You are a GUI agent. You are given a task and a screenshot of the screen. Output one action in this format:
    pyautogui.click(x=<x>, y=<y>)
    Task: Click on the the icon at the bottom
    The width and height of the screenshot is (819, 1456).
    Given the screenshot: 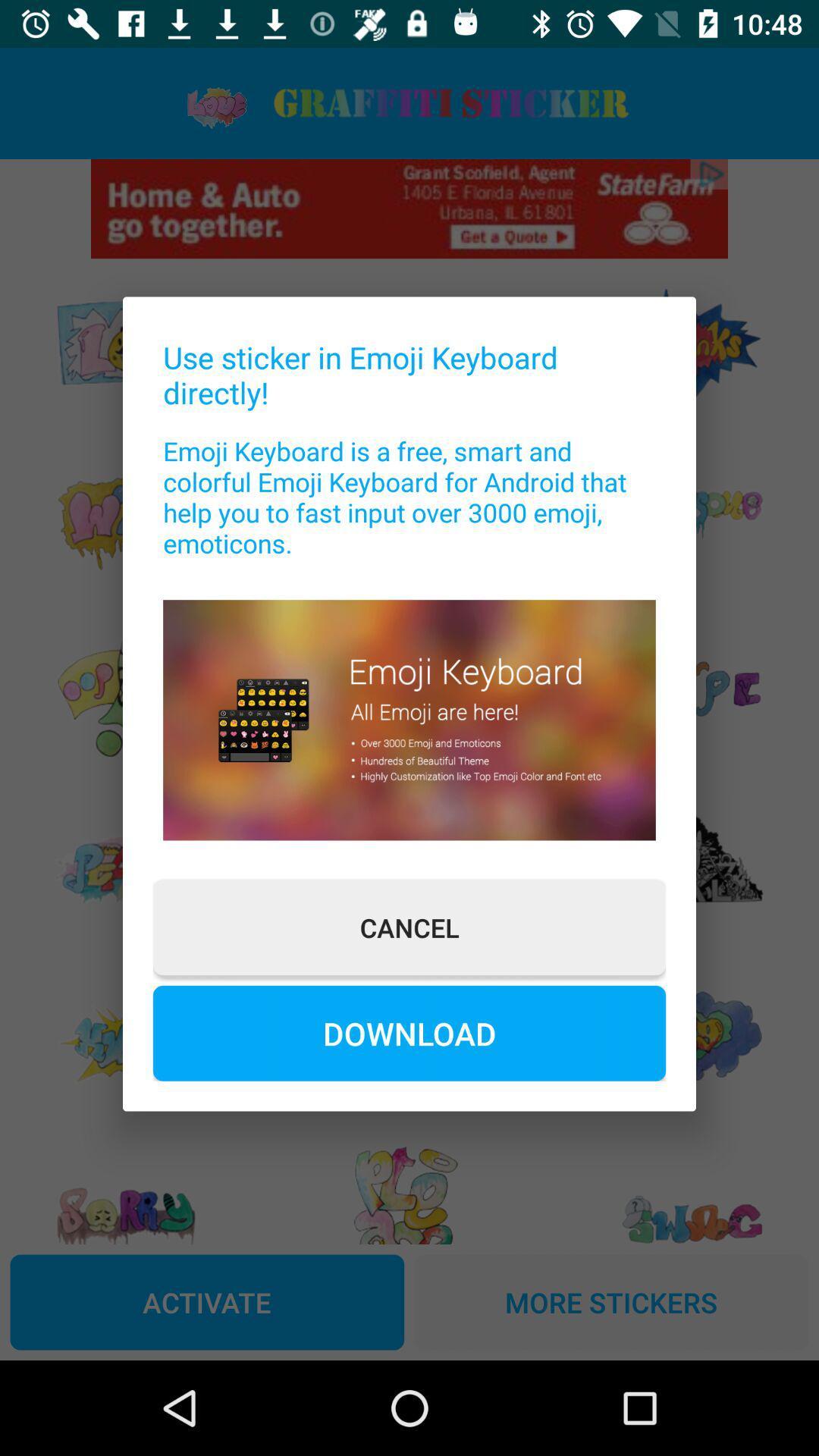 What is the action you would take?
    pyautogui.click(x=409, y=1032)
    